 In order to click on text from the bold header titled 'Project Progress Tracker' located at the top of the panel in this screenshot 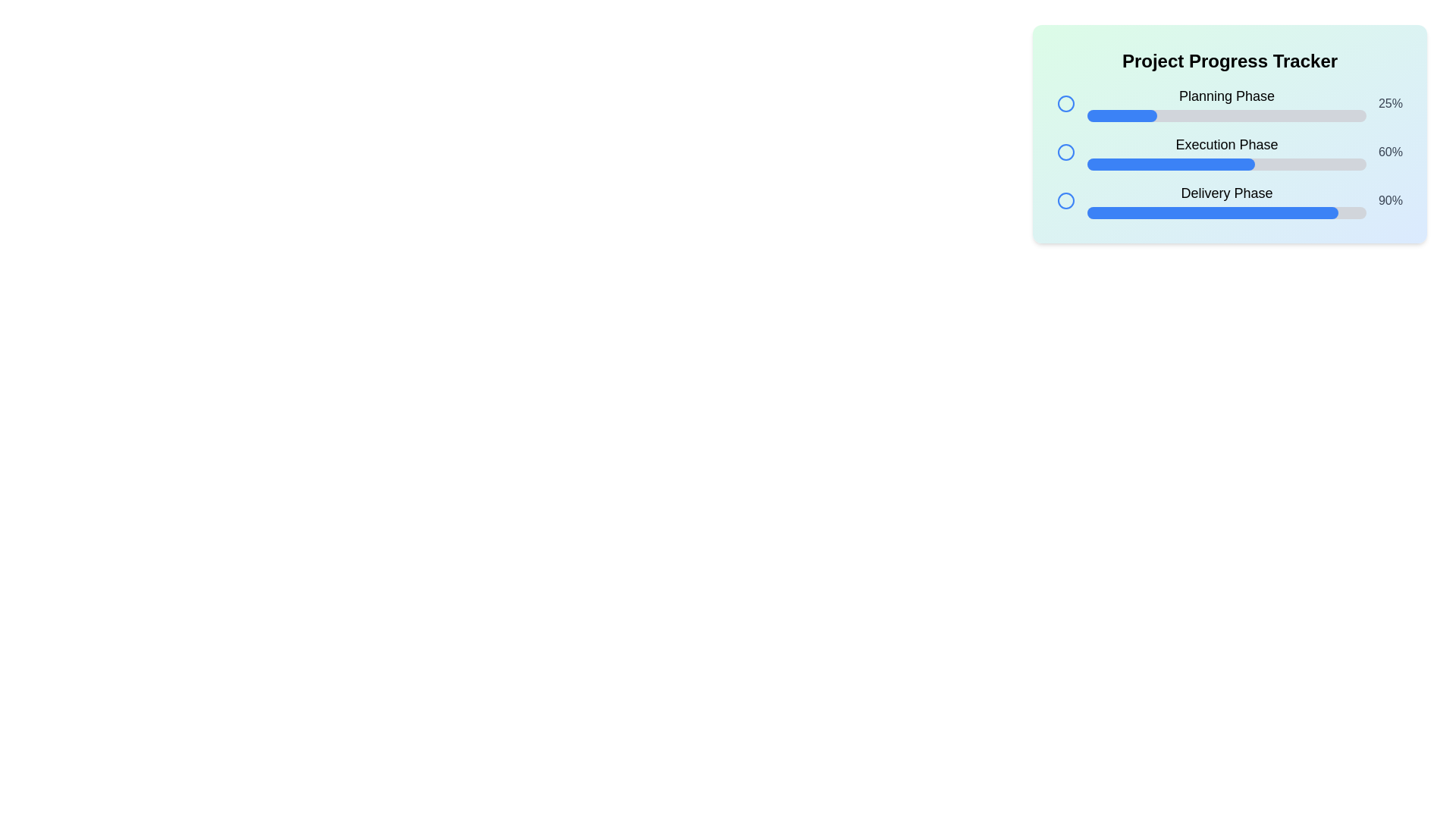, I will do `click(1230, 61)`.